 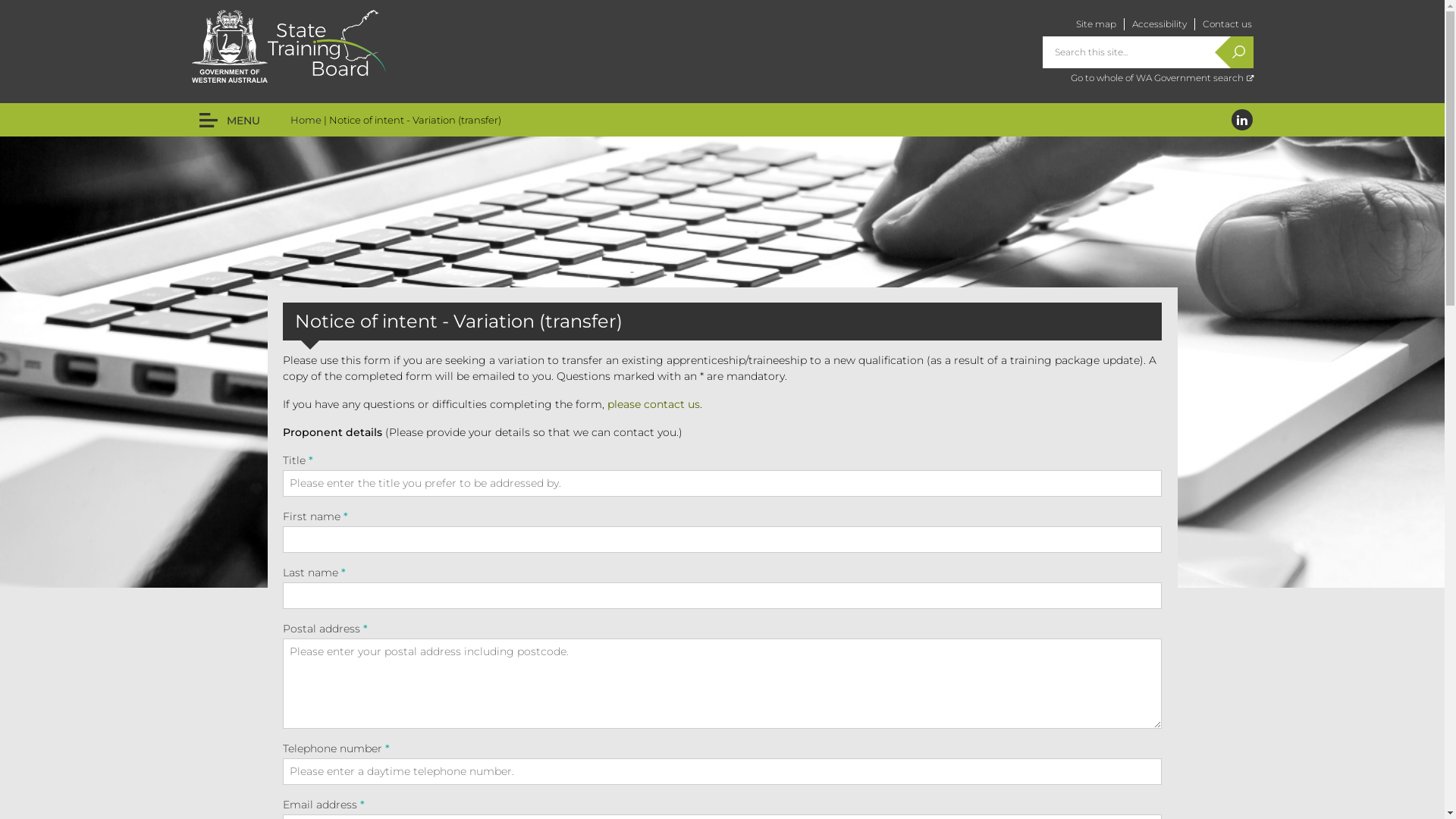 What do you see at coordinates (61, 0) in the screenshot?
I see `'Skip to main content'` at bounding box center [61, 0].